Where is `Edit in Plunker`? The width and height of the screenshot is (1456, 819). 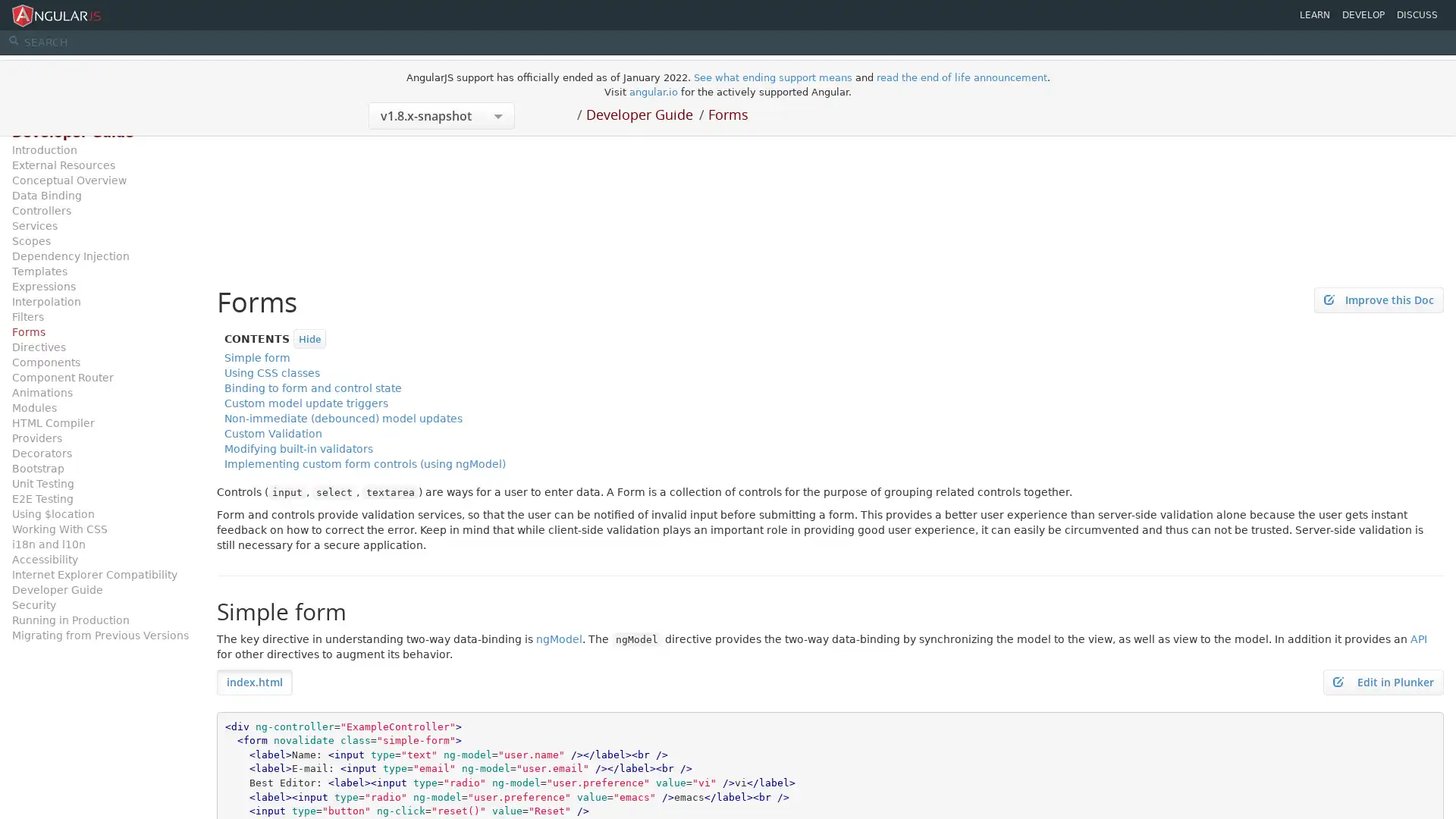
Edit in Plunker is located at coordinates (1383, 681).